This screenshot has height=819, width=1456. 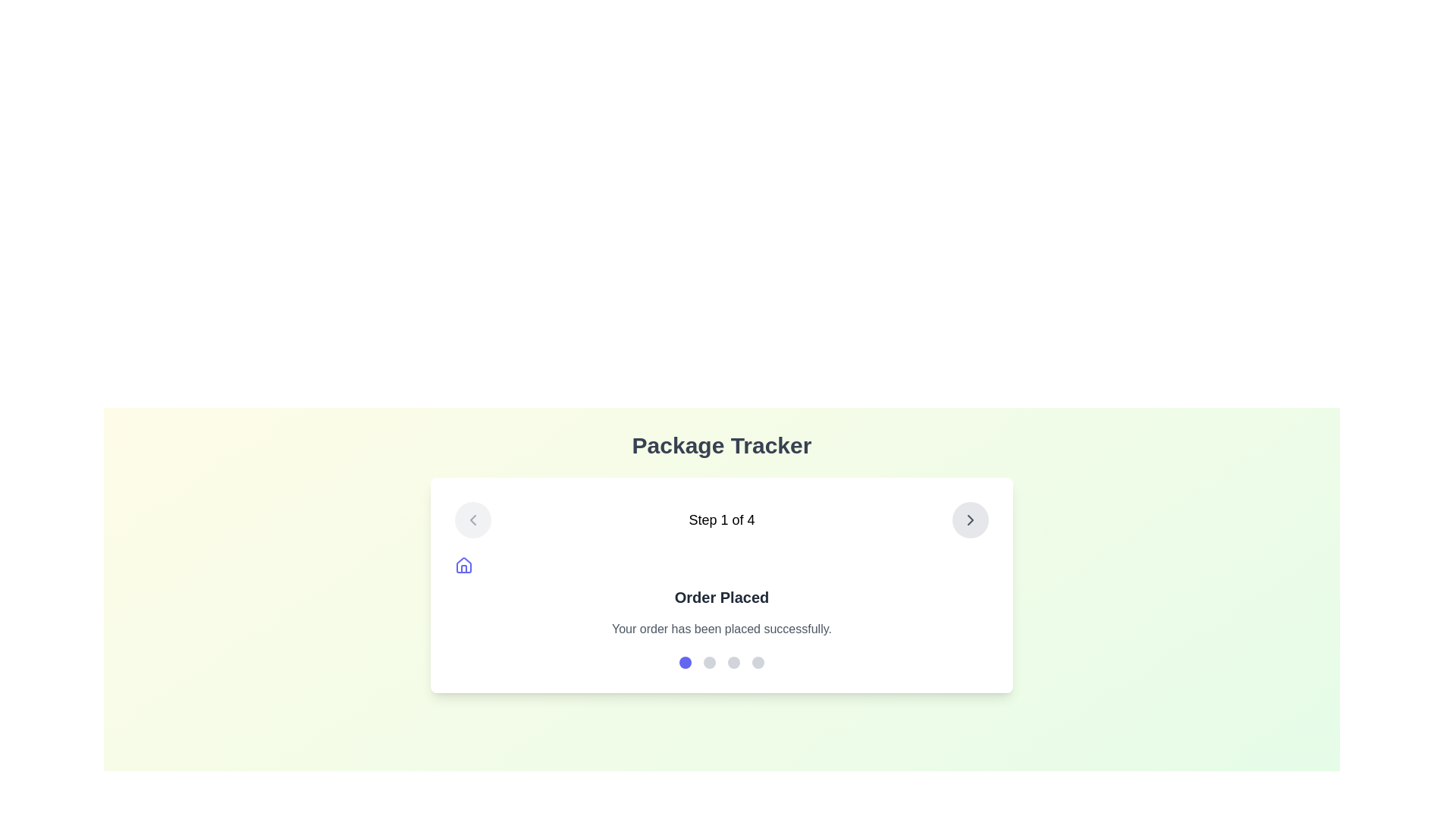 I want to click on the individual dot in the Progress indicator located in the bottom part of the 'Package Tracker' card, so click(x=720, y=662).